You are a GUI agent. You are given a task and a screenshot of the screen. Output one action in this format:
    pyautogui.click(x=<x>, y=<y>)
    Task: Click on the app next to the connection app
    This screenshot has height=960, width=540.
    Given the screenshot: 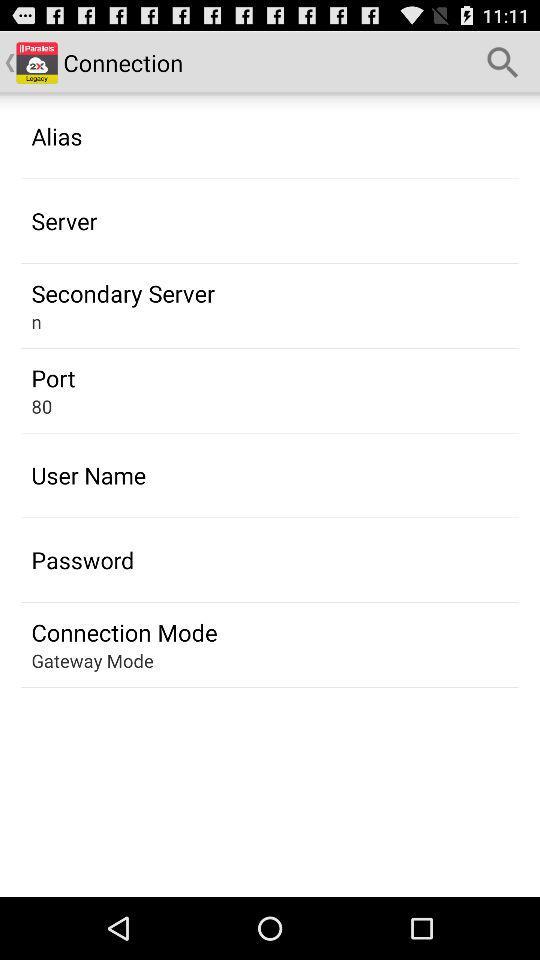 What is the action you would take?
    pyautogui.click(x=502, y=62)
    